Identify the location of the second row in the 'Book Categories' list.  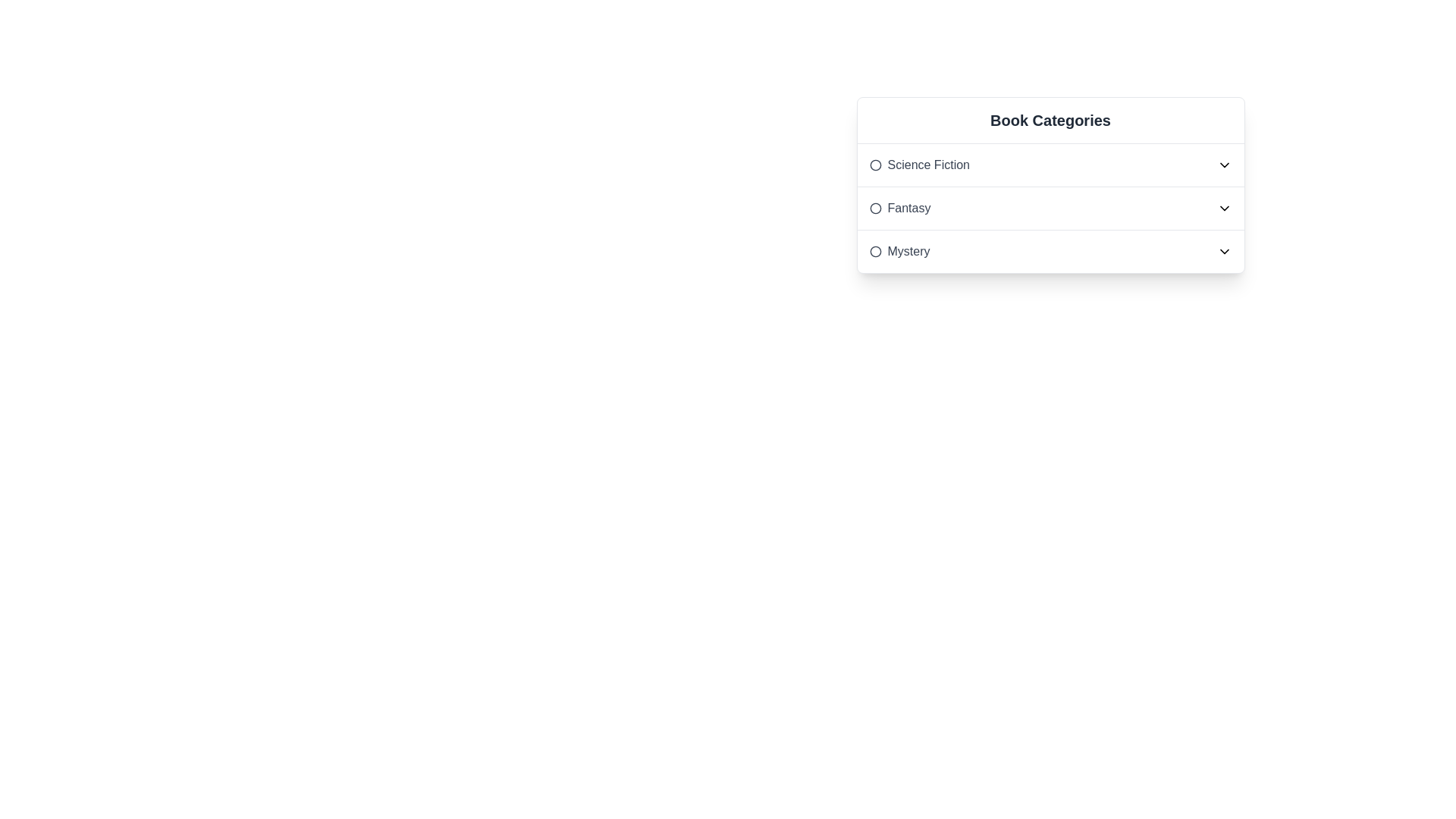
(1050, 208).